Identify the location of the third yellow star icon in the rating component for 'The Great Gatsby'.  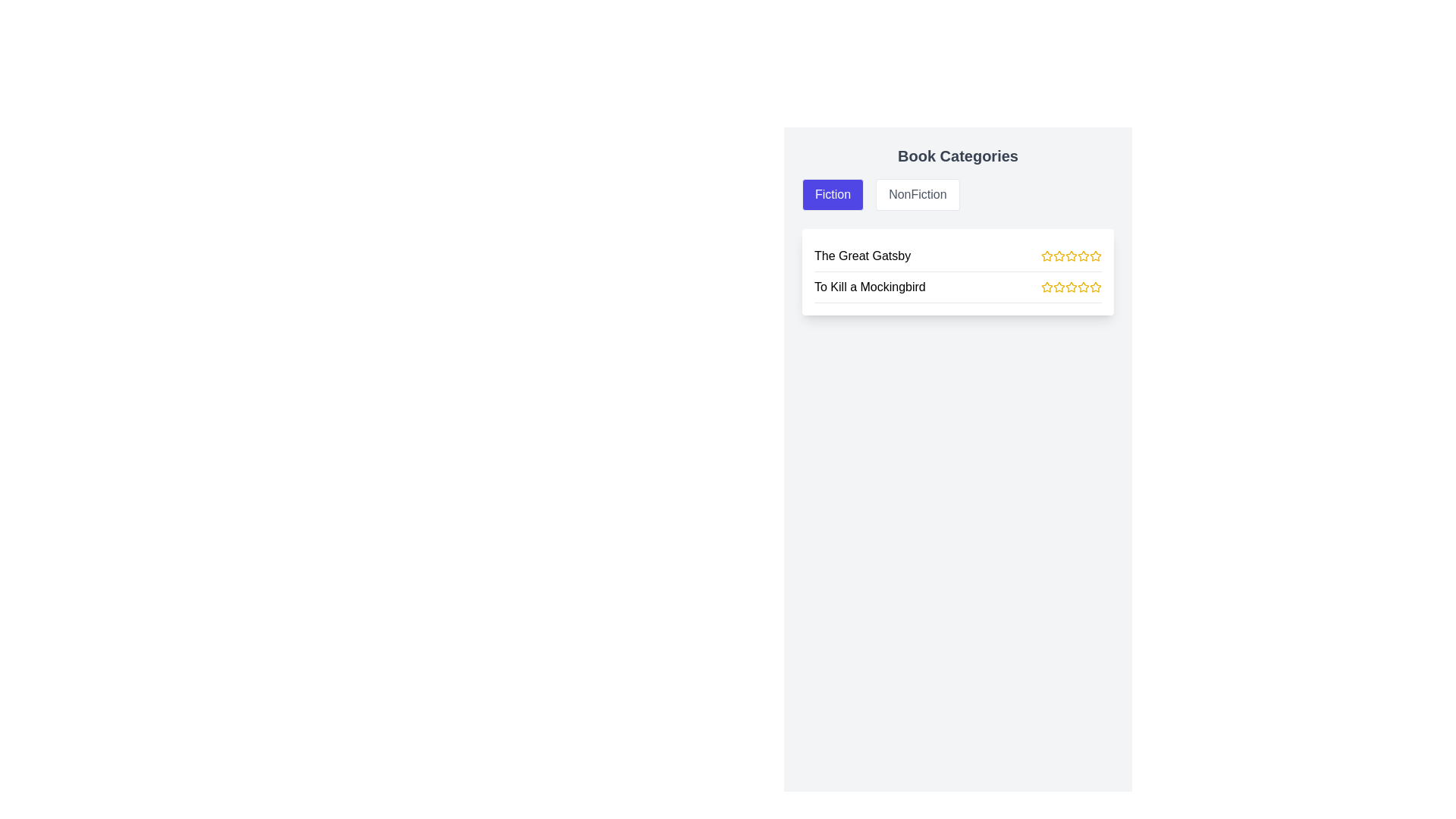
(1070, 256).